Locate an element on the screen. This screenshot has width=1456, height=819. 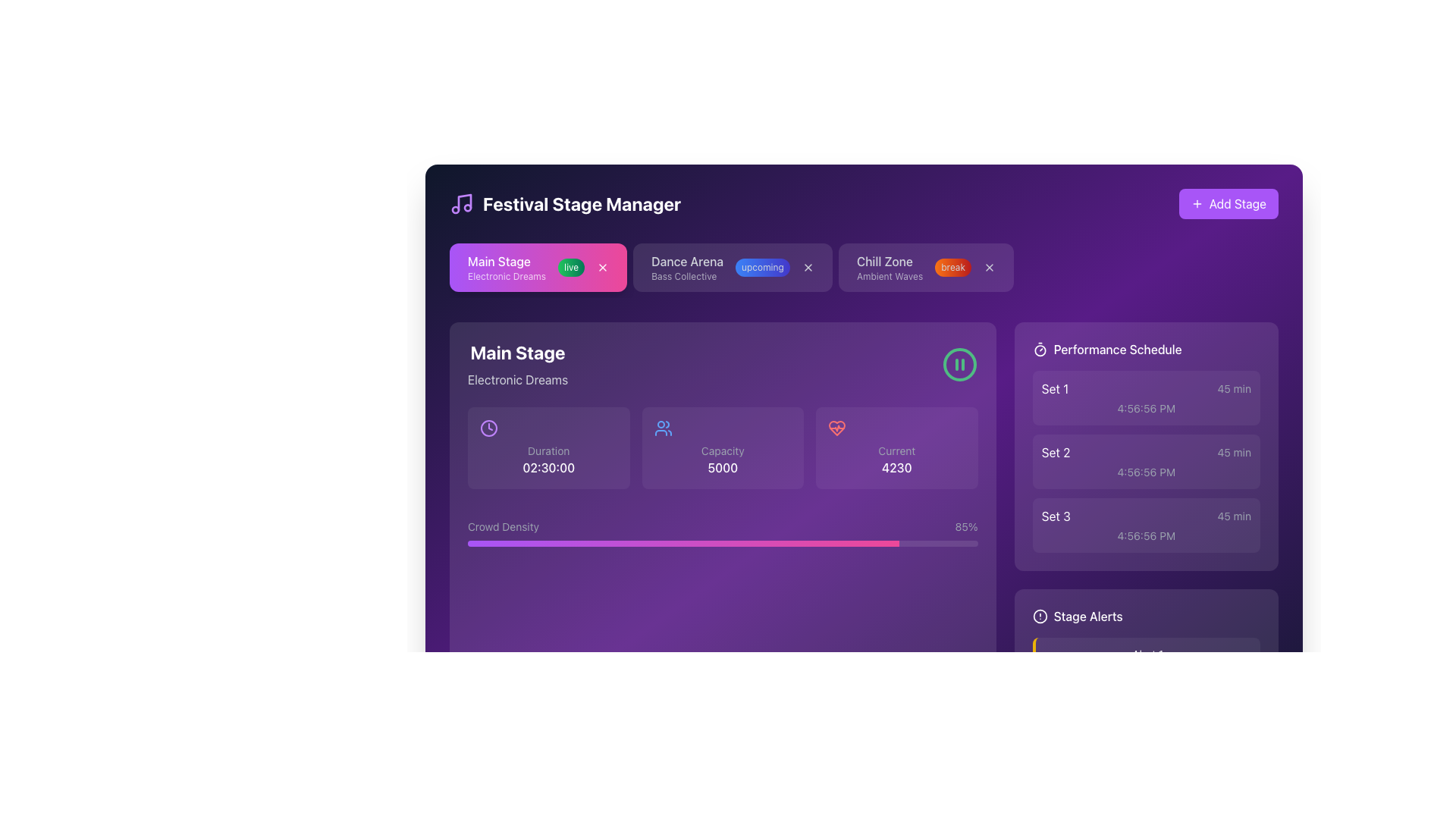
the third item in the vertical list labeled 'Set 3' under the 'Performance Schedule' is located at coordinates (1146, 525).